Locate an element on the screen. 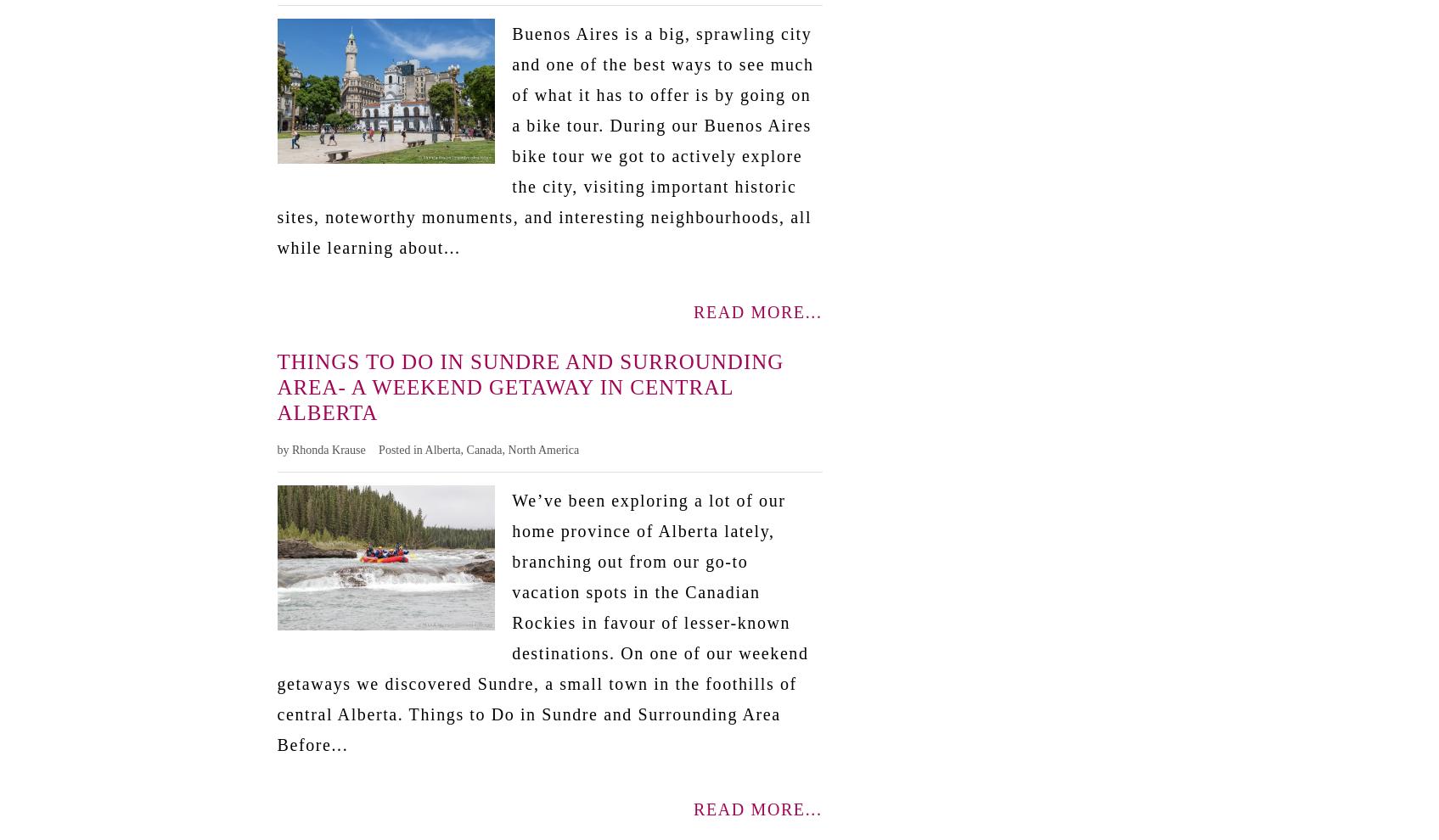 This screenshot has height=840, width=1439. 'Things to Do in Sundre and Surrounding Area- A Weekend Getaway in Central Alberta' is located at coordinates (276, 386).